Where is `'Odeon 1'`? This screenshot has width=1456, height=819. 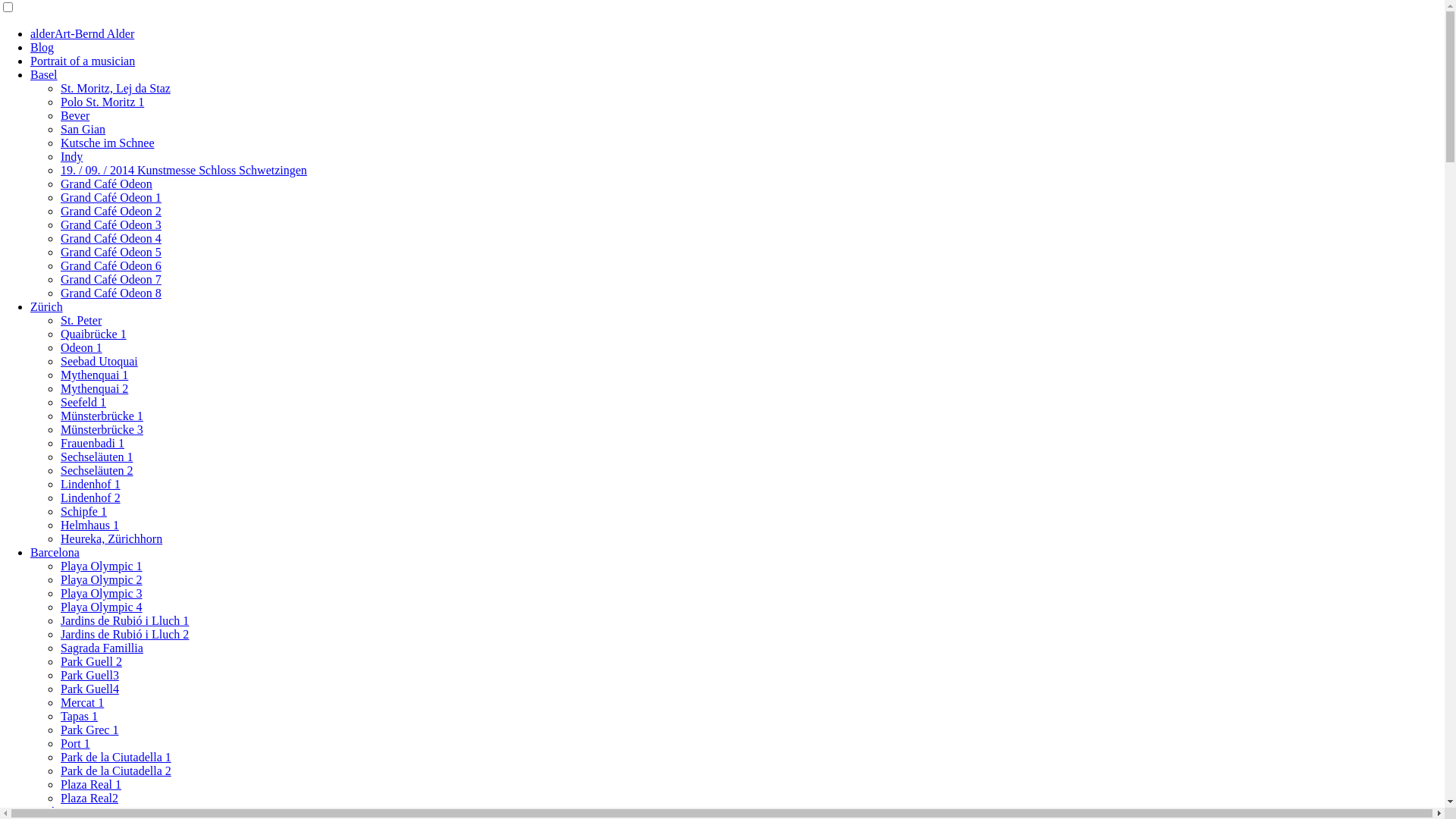
'Odeon 1' is located at coordinates (80, 347).